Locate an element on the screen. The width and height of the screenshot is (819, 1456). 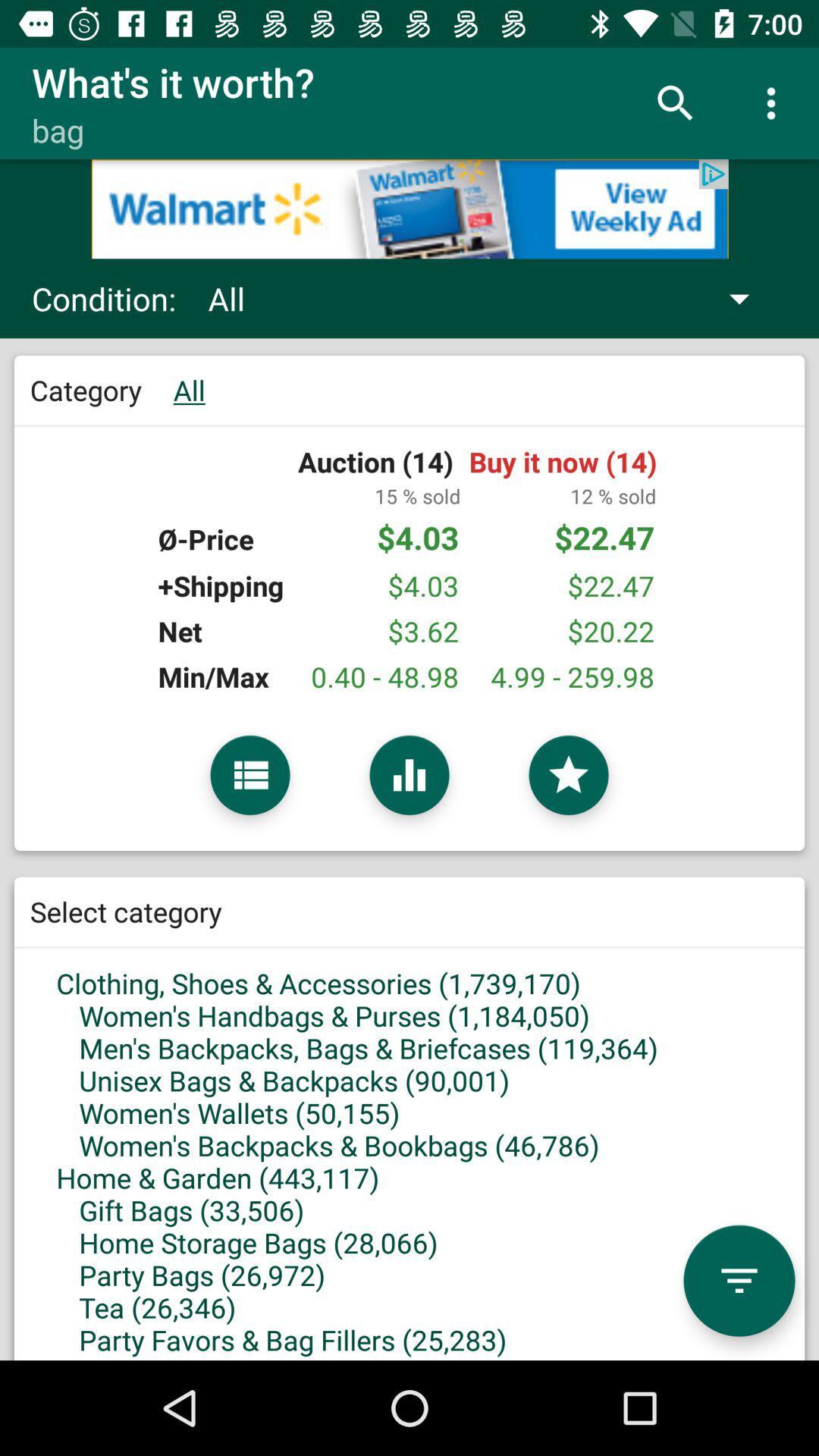
open context menu is located at coordinates (249, 775).